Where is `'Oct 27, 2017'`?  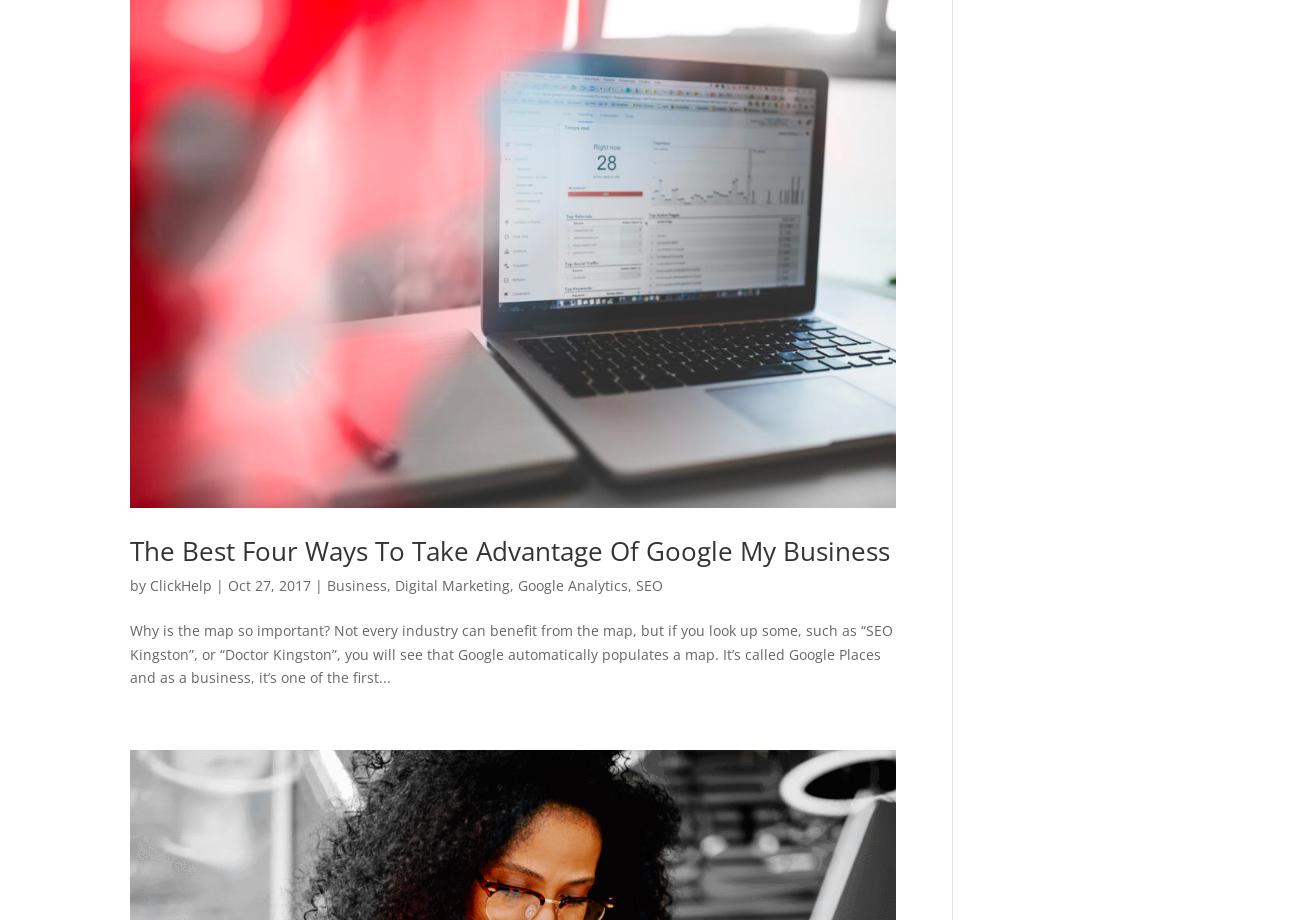
'Oct 27, 2017' is located at coordinates (268, 584).